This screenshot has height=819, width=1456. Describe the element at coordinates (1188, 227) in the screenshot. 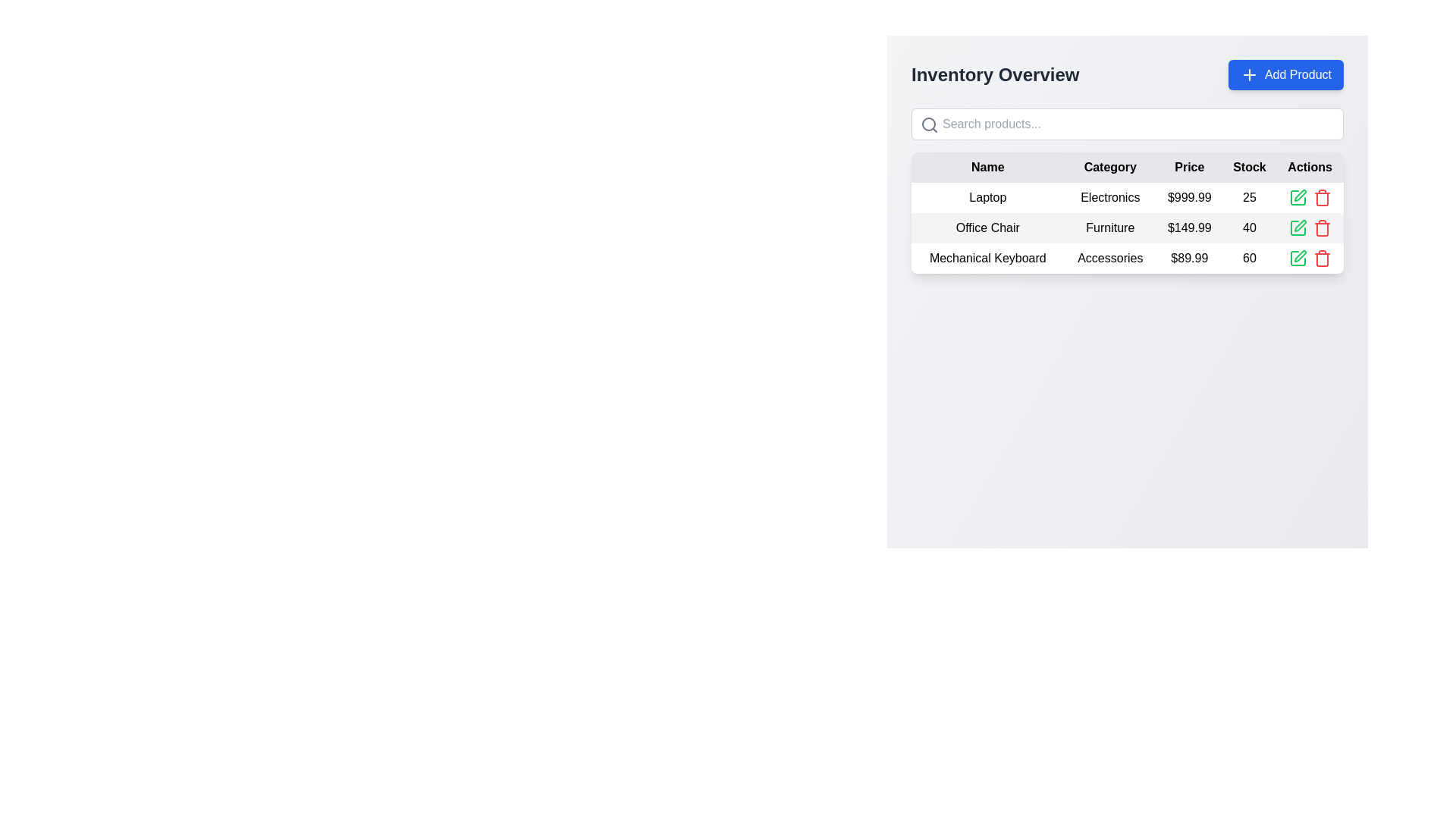

I see `the 'Price' text label displaying the monetary value for the 'Office Chair' item, which is styled in black text on a light gray background` at that location.